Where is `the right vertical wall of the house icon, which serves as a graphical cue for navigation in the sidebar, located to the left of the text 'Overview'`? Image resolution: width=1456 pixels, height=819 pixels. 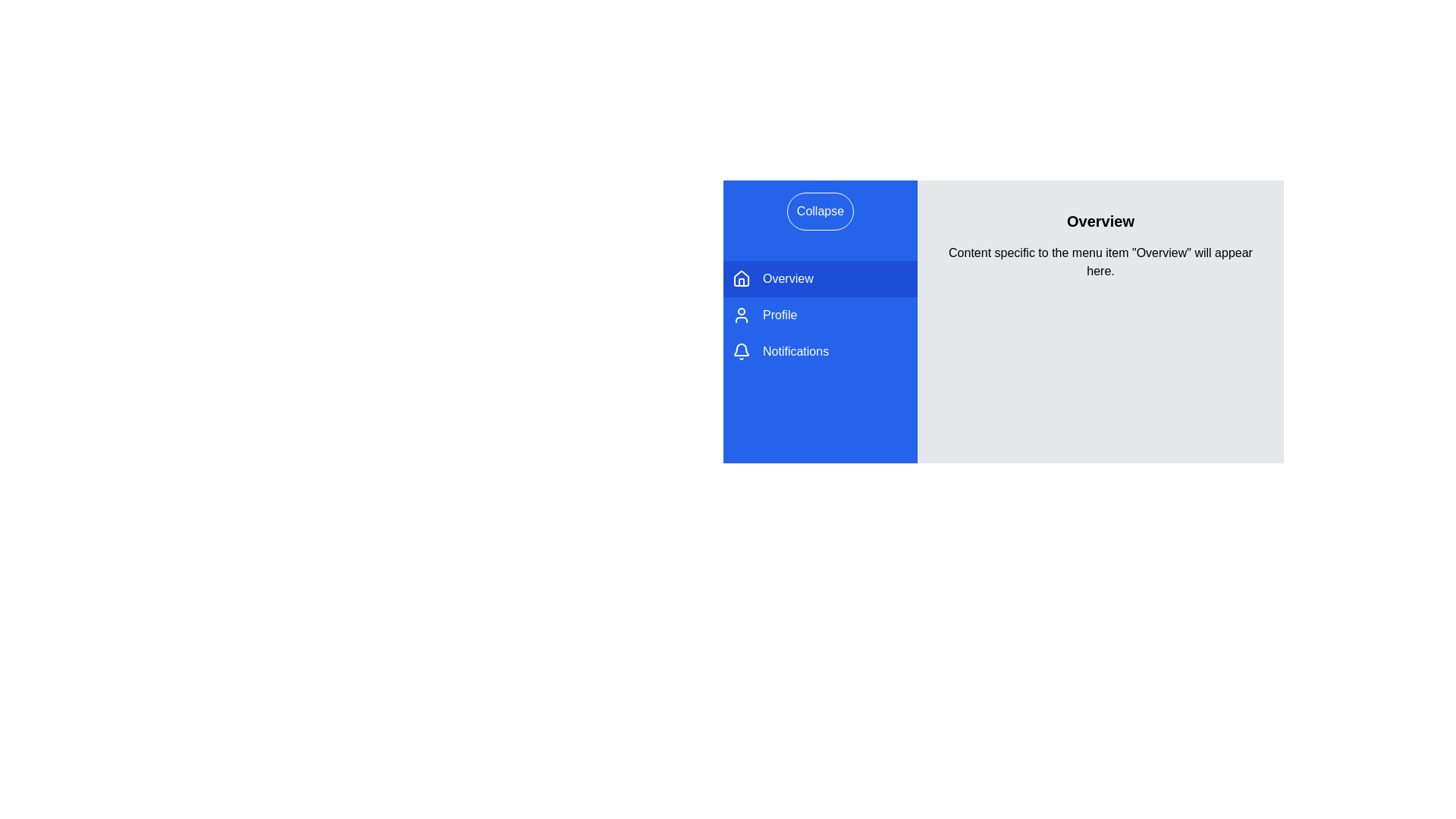 the right vertical wall of the house icon, which serves as a graphical cue for navigation in the sidebar, located to the left of the text 'Overview' is located at coordinates (742, 281).